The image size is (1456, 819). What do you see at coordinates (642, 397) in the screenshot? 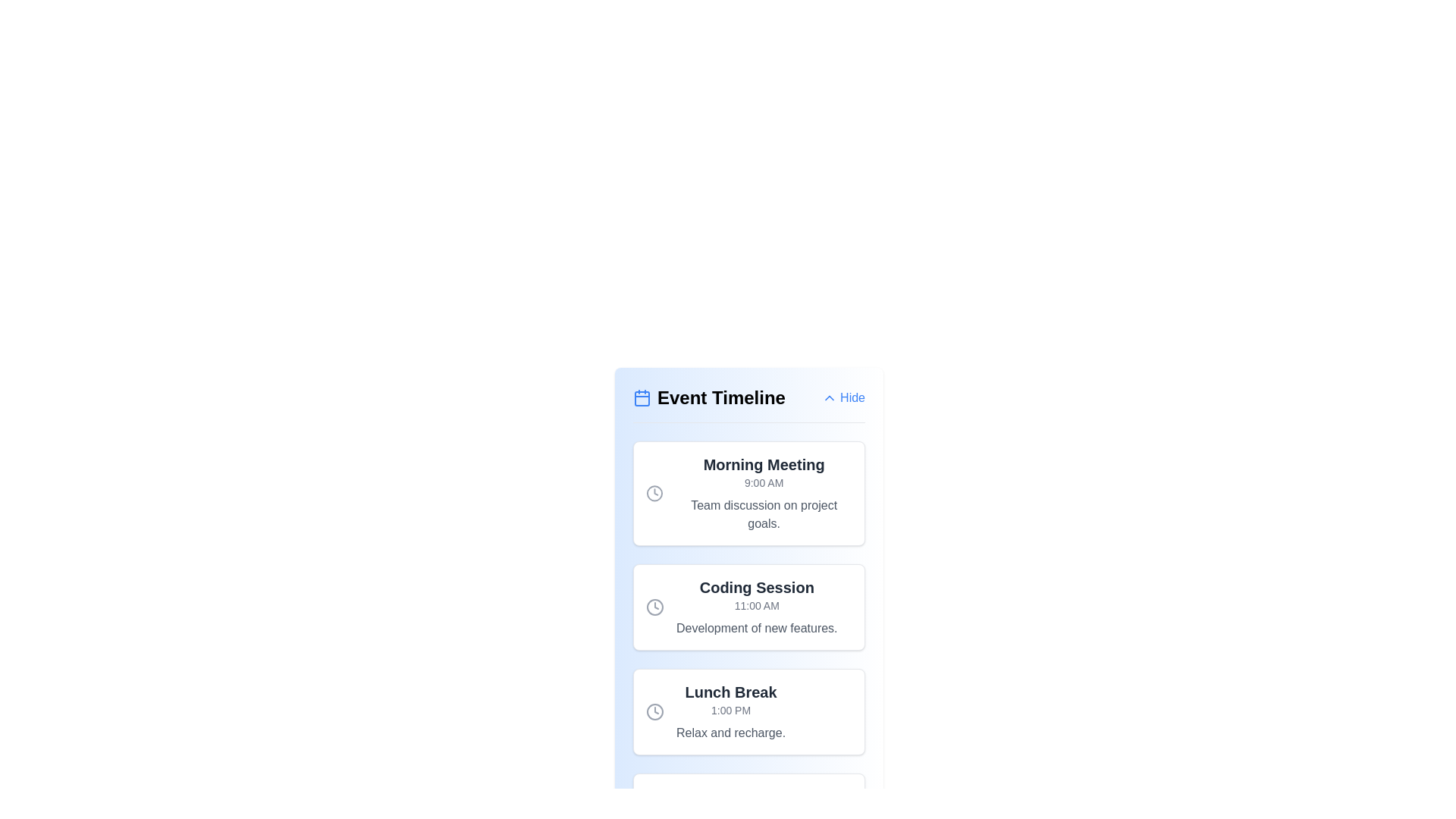
I see `the calendar-related event icon located to the left of the 'Event Timeline' text in the header section` at bounding box center [642, 397].